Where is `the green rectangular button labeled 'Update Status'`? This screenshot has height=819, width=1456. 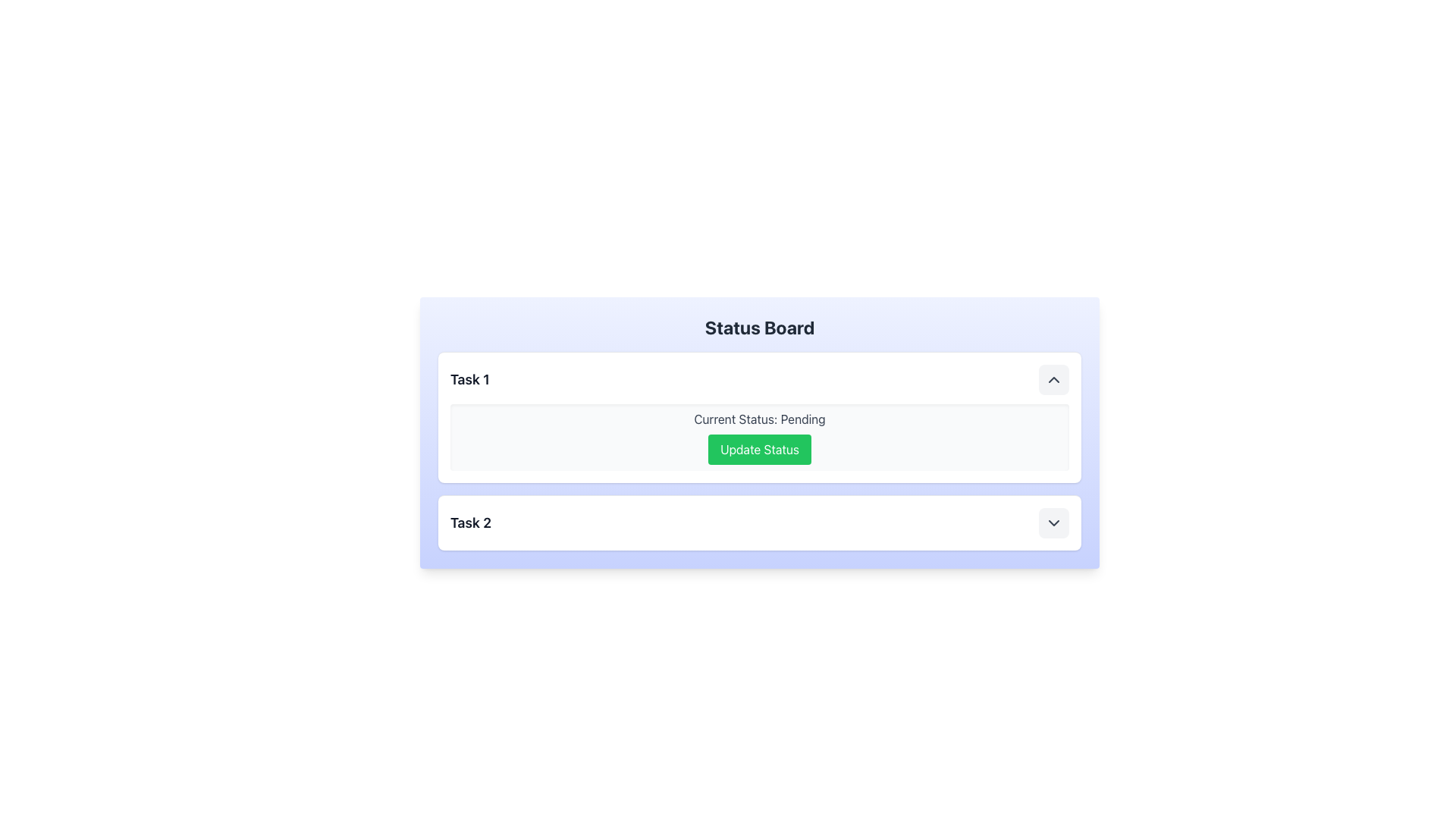 the green rectangular button labeled 'Update Status' is located at coordinates (760, 449).